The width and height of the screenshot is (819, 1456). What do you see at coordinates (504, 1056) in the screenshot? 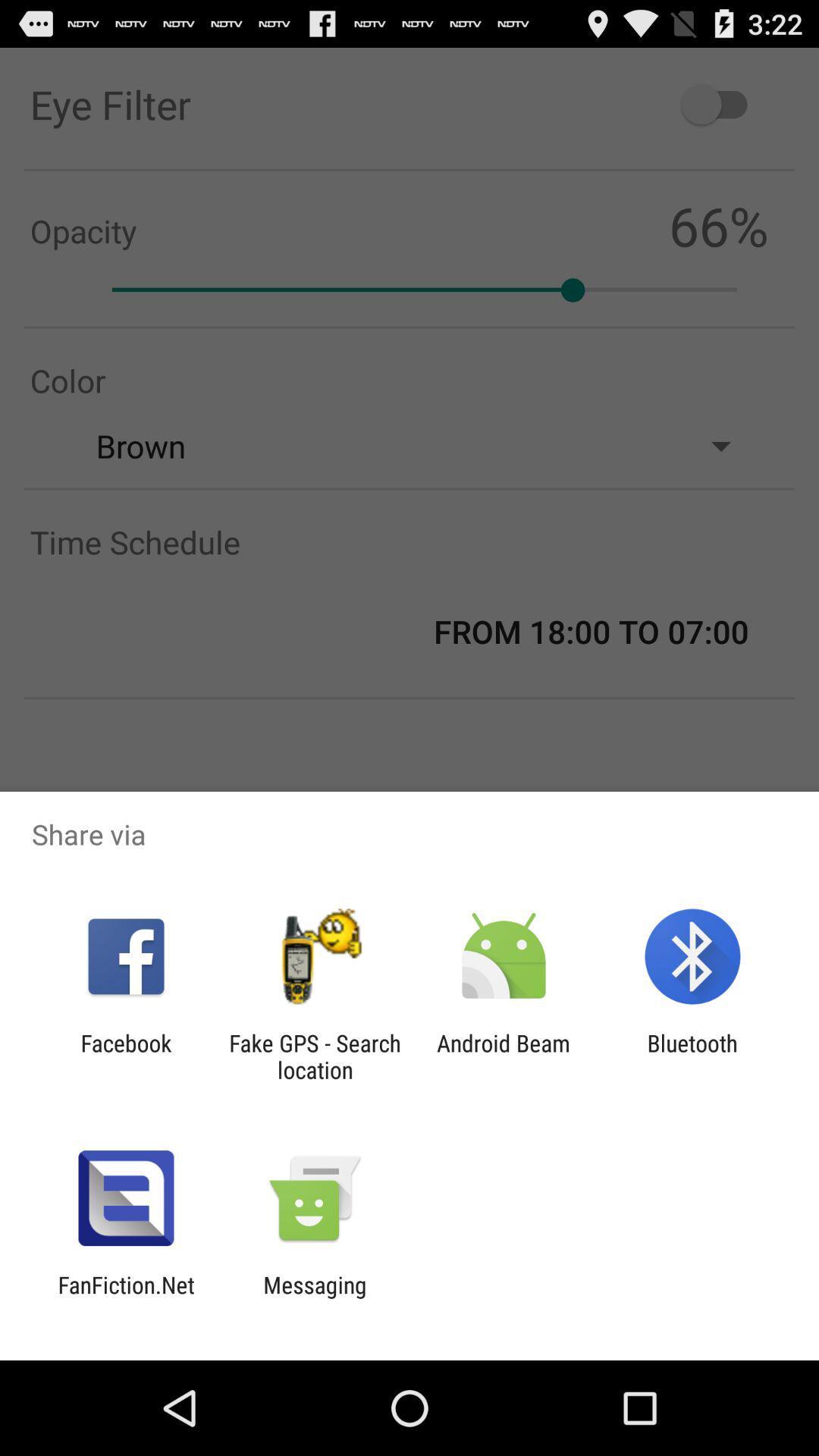
I see `the app next to the fake gps search icon` at bounding box center [504, 1056].